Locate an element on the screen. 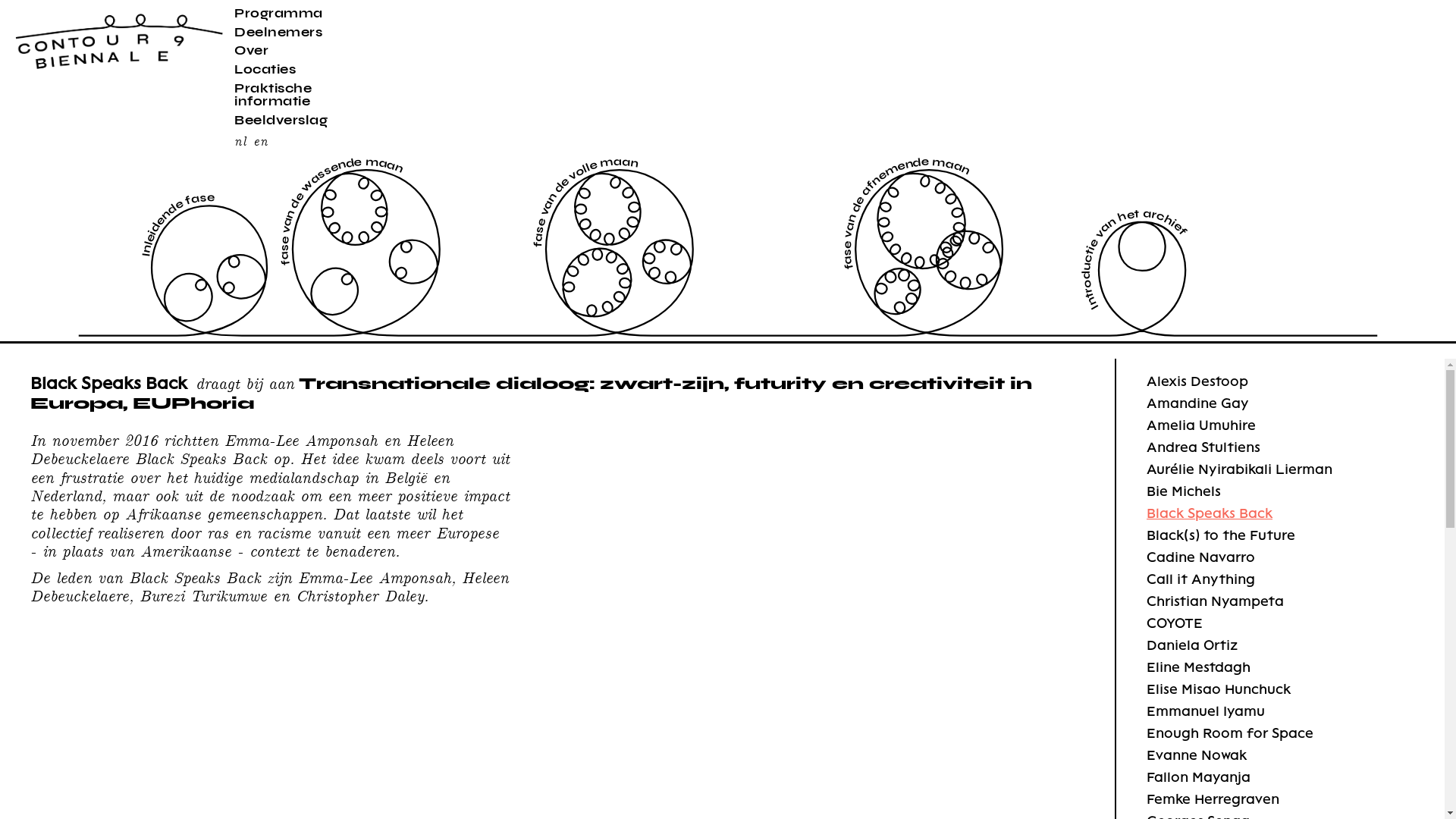 The height and width of the screenshot is (819, 1456). 'Femke Herregraven' is located at coordinates (1147, 798).